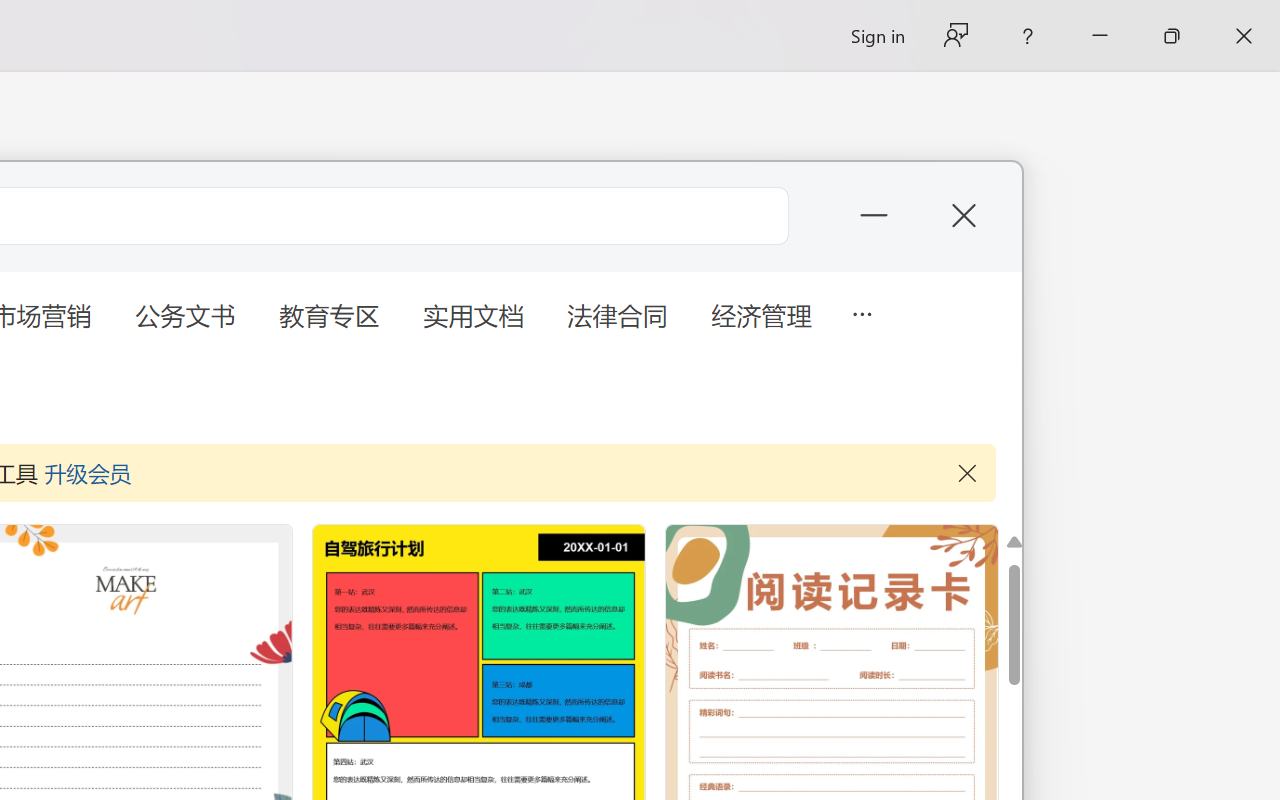  Describe the element at coordinates (861, 311) in the screenshot. I see `'5 more tabs'` at that location.